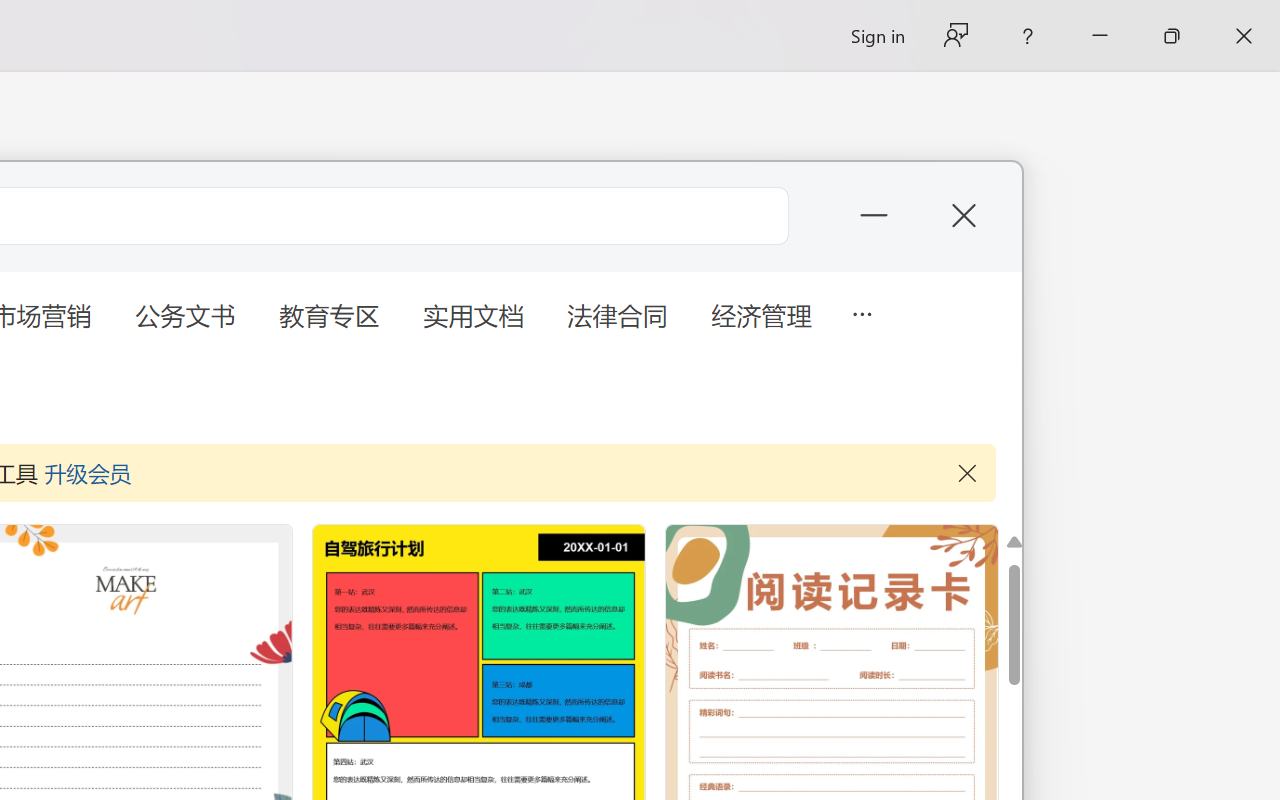  Describe the element at coordinates (861, 311) in the screenshot. I see `'5 more tabs'` at that location.